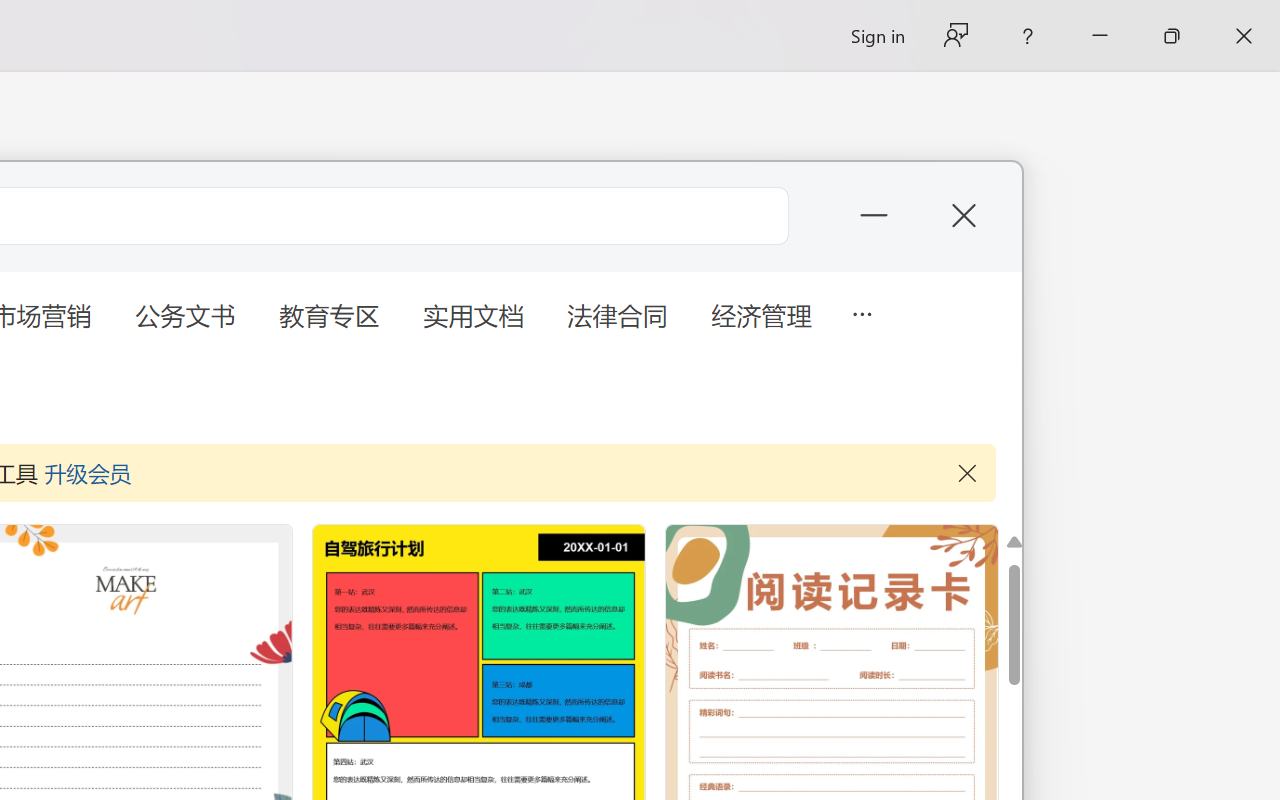  Describe the element at coordinates (861, 311) in the screenshot. I see `'5 more tabs'` at that location.